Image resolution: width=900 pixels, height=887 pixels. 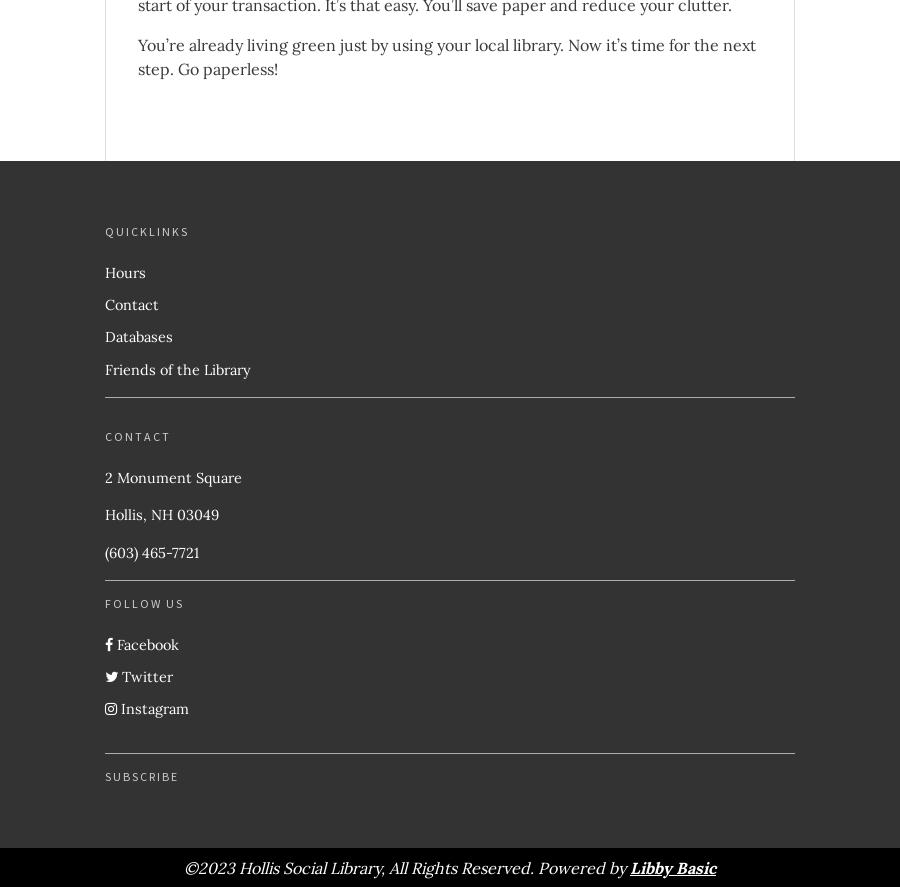 I want to click on 'Follow Us', so click(x=144, y=603).